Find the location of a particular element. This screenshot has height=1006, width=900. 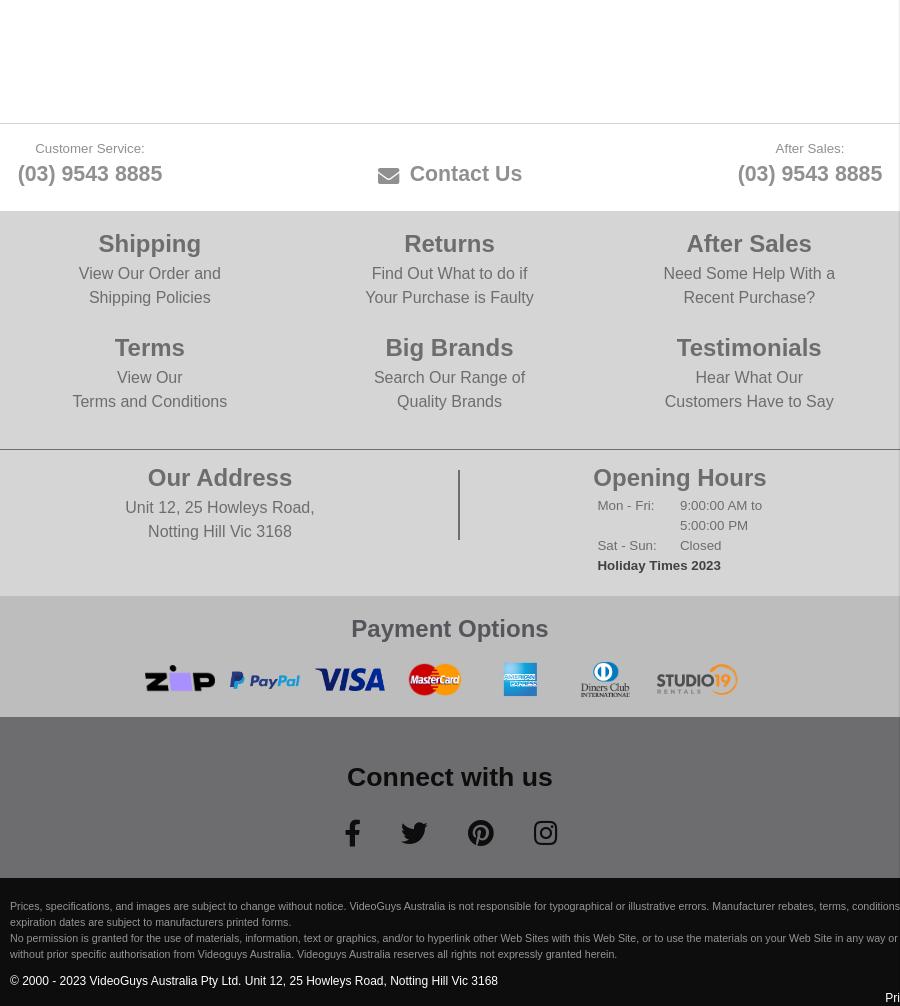

'Find Out What to do if' is located at coordinates (449, 271).